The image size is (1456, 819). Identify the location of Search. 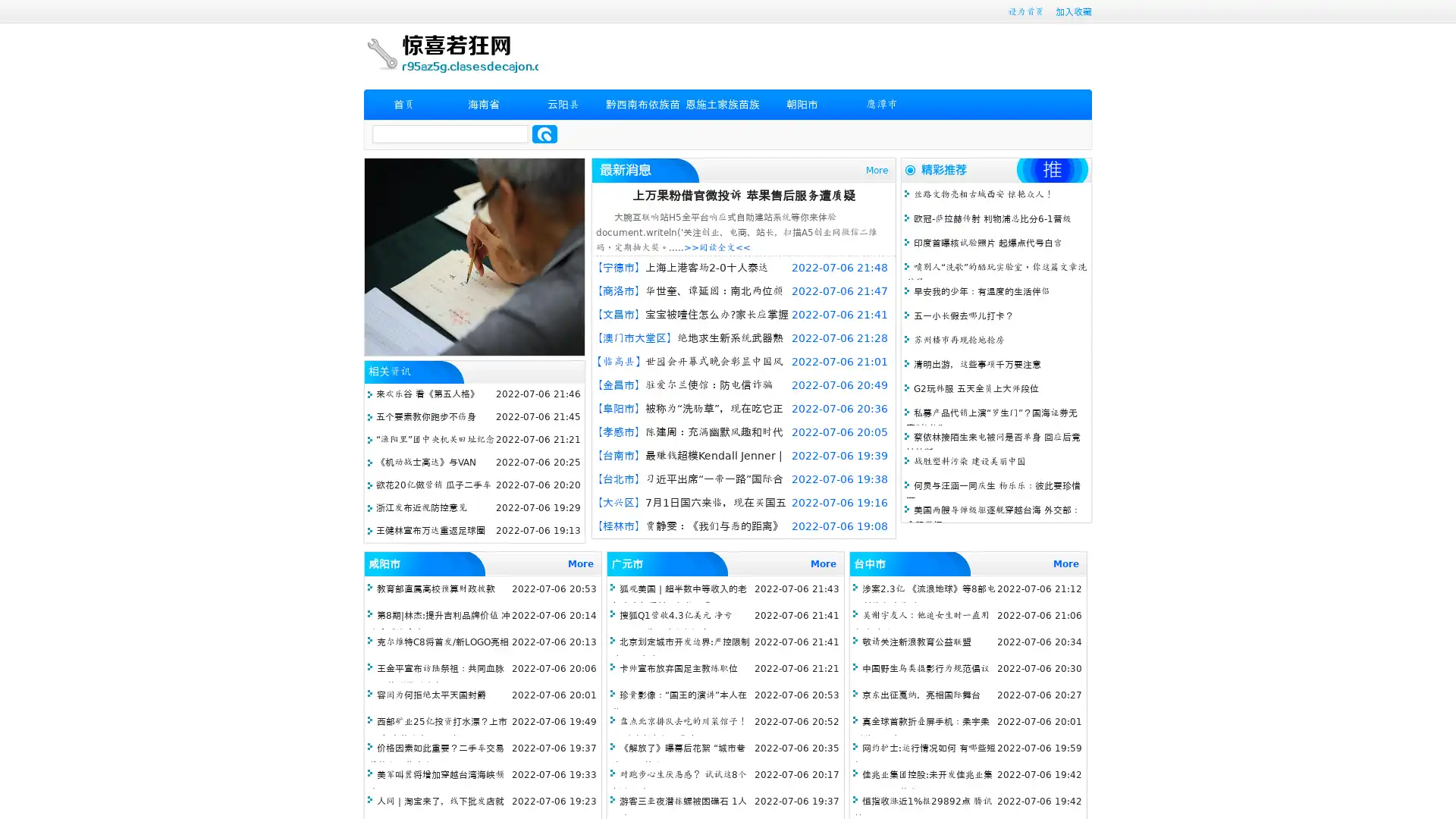
(544, 133).